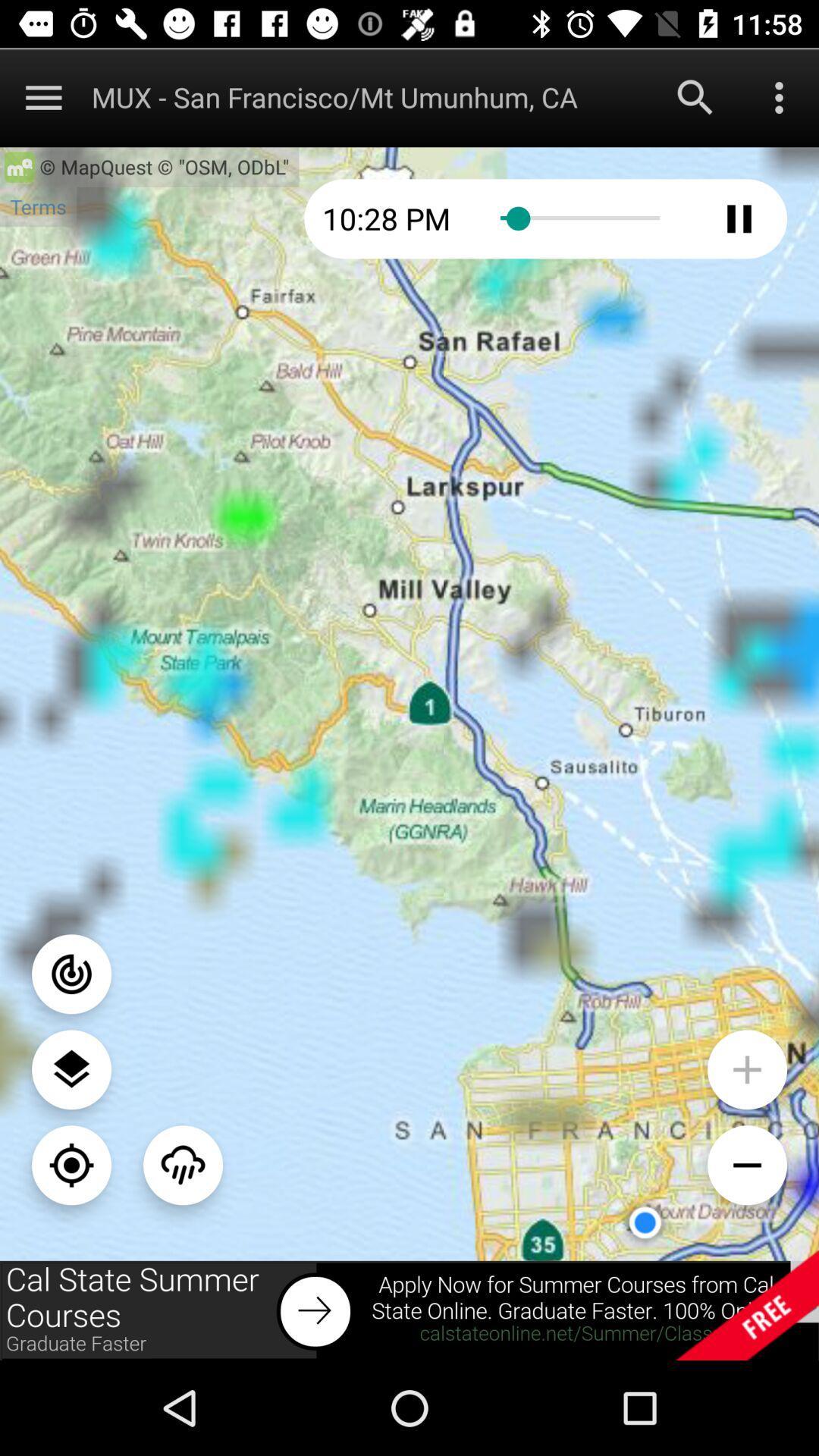 The image size is (819, 1456). What do you see at coordinates (739, 218) in the screenshot?
I see `to pause radar` at bounding box center [739, 218].